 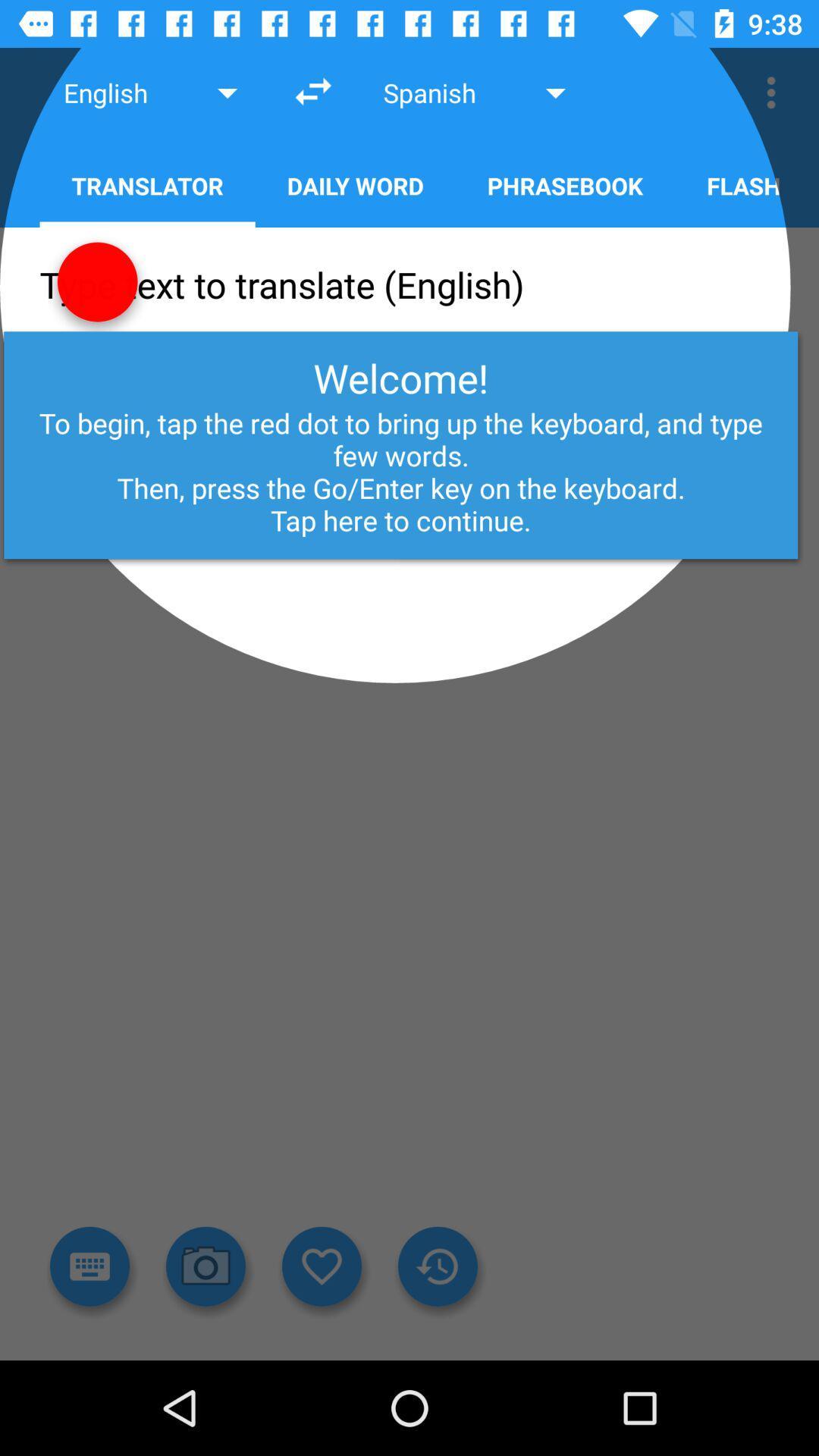 What do you see at coordinates (409, 450) in the screenshot?
I see `the text few words` at bounding box center [409, 450].